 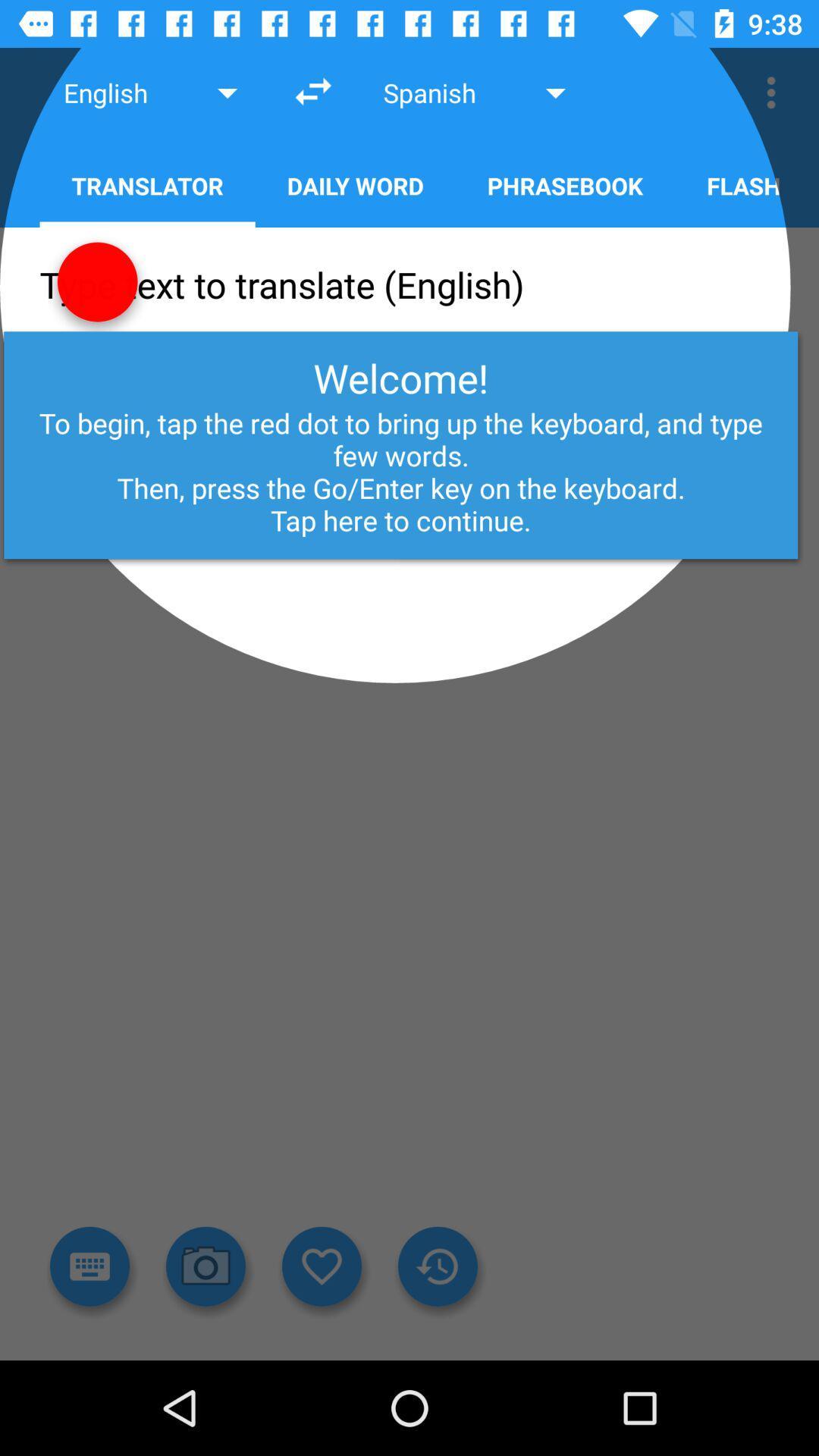 What do you see at coordinates (409, 450) in the screenshot?
I see `the text few words` at bounding box center [409, 450].